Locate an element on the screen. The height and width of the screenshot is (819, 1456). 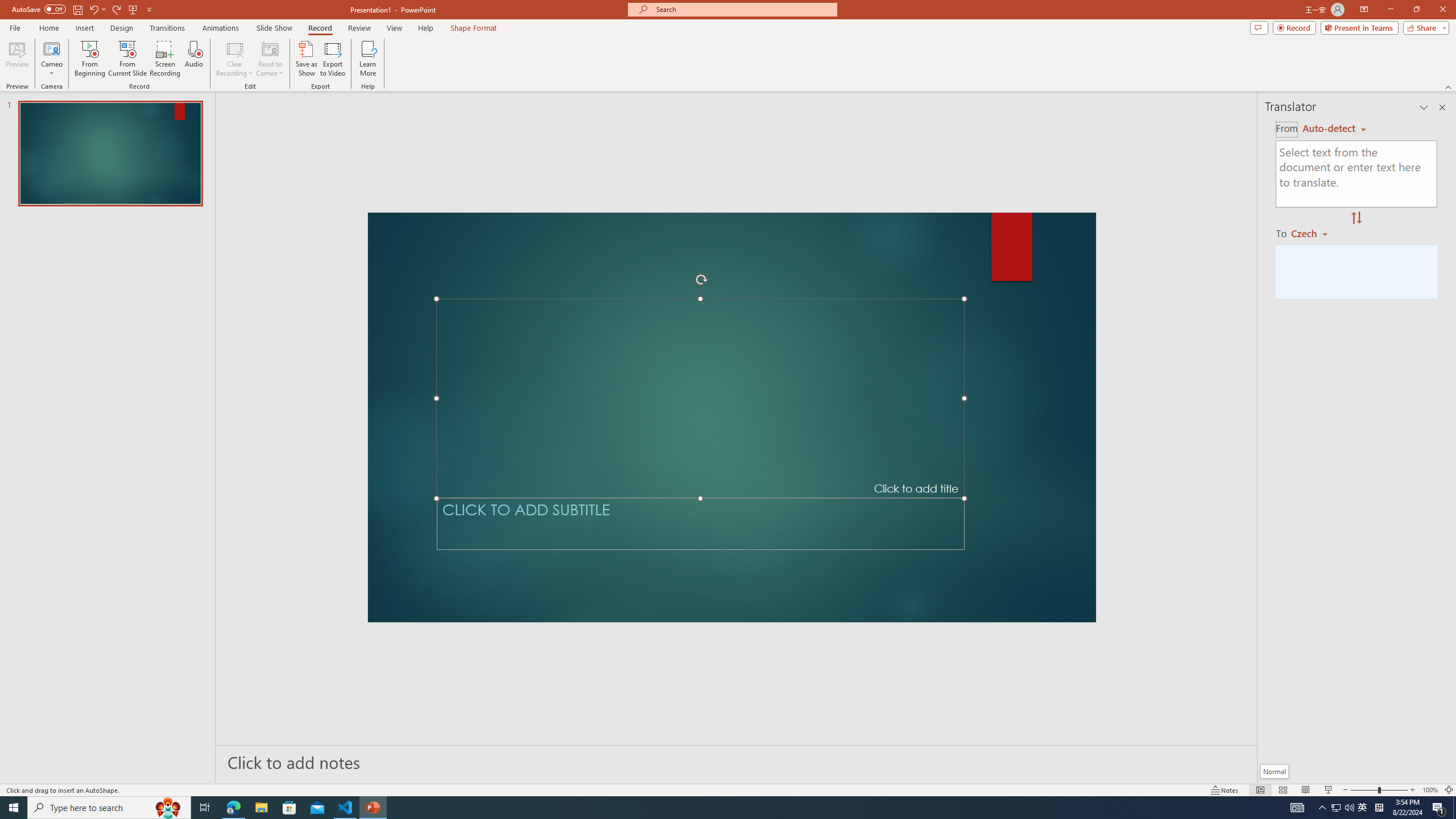
'Zoom 100%' is located at coordinates (1430, 790).